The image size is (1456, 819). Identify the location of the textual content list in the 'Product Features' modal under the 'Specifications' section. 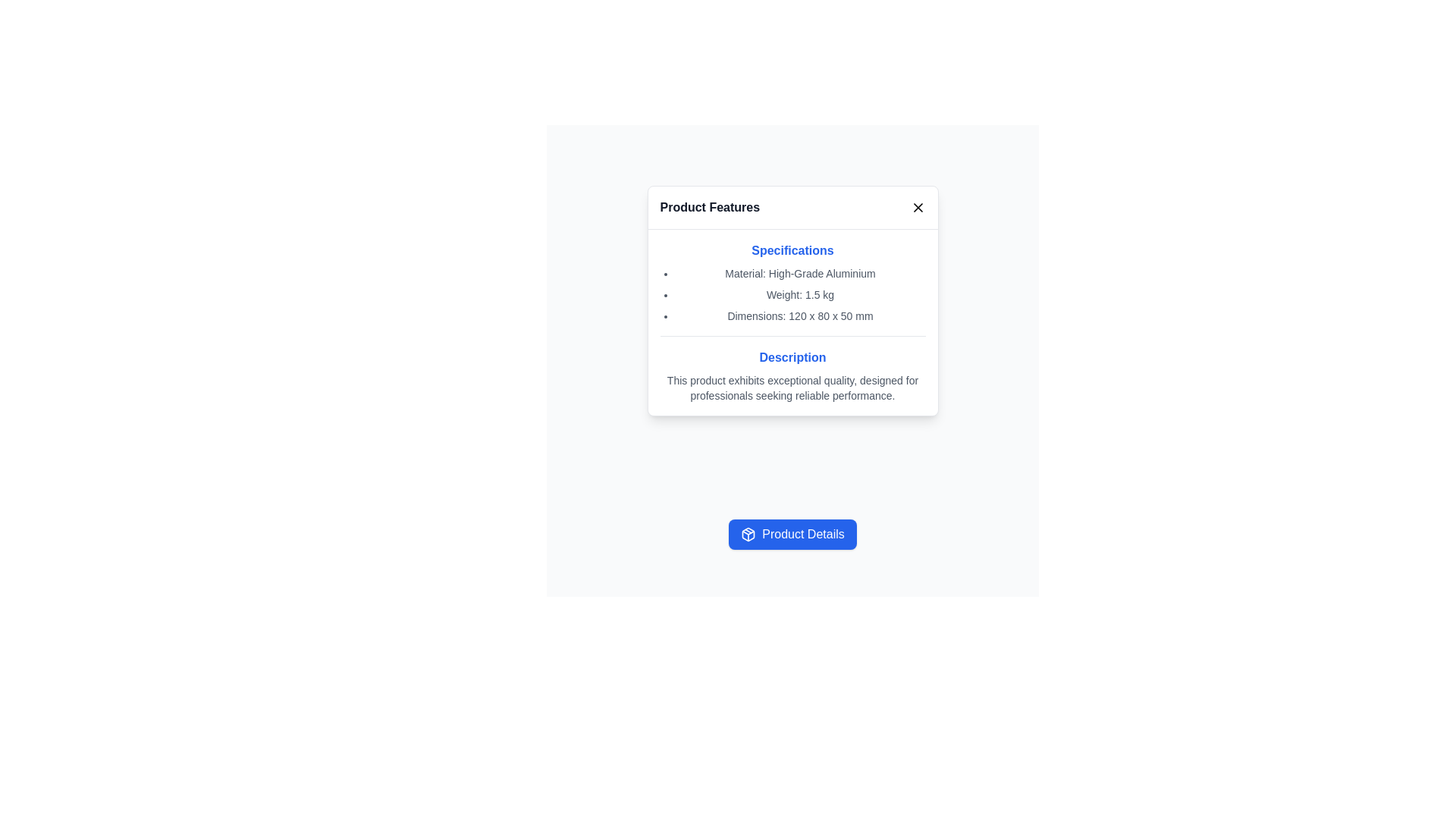
(792, 292).